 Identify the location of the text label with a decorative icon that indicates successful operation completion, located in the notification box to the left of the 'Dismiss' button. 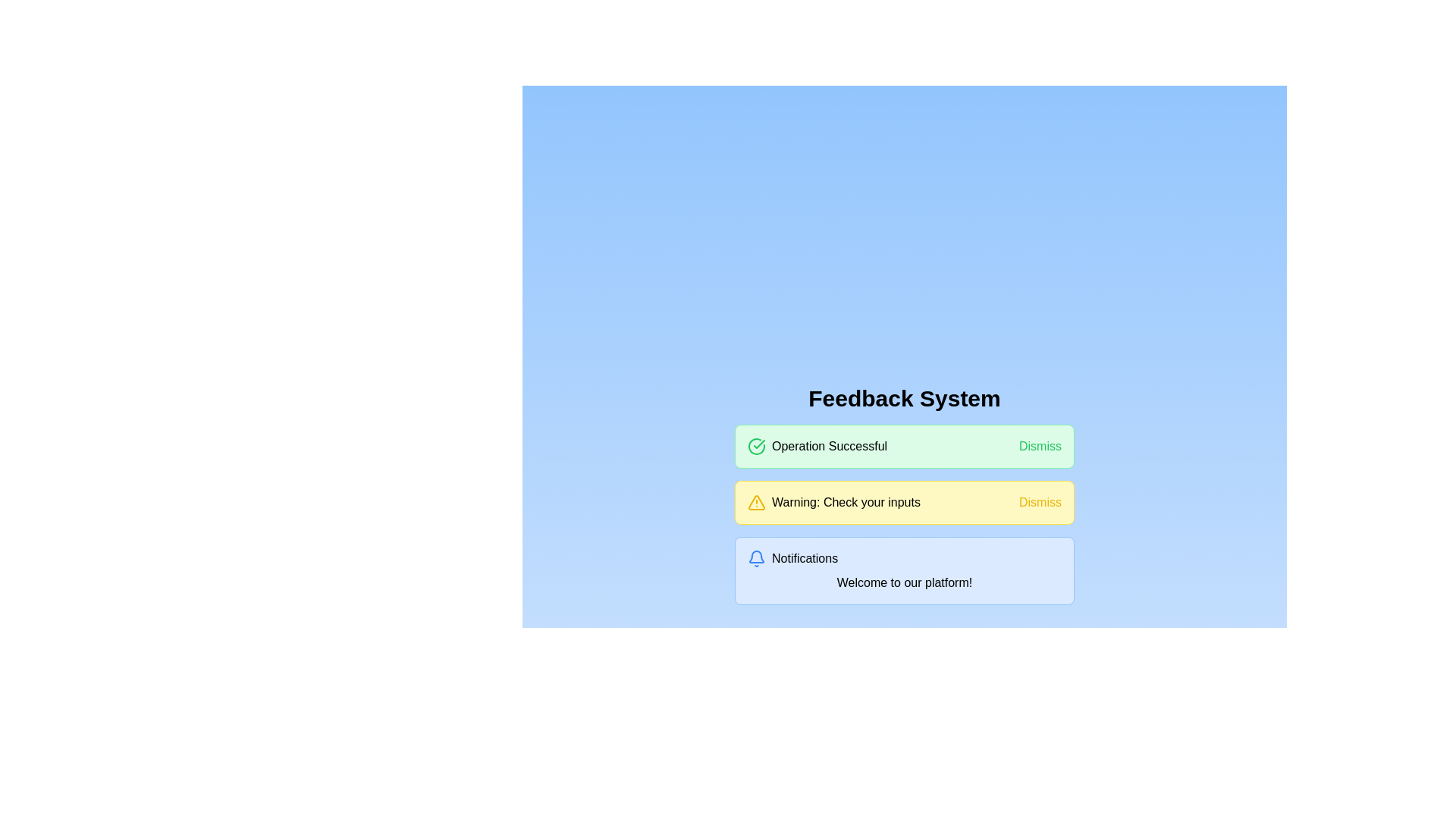
(817, 446).